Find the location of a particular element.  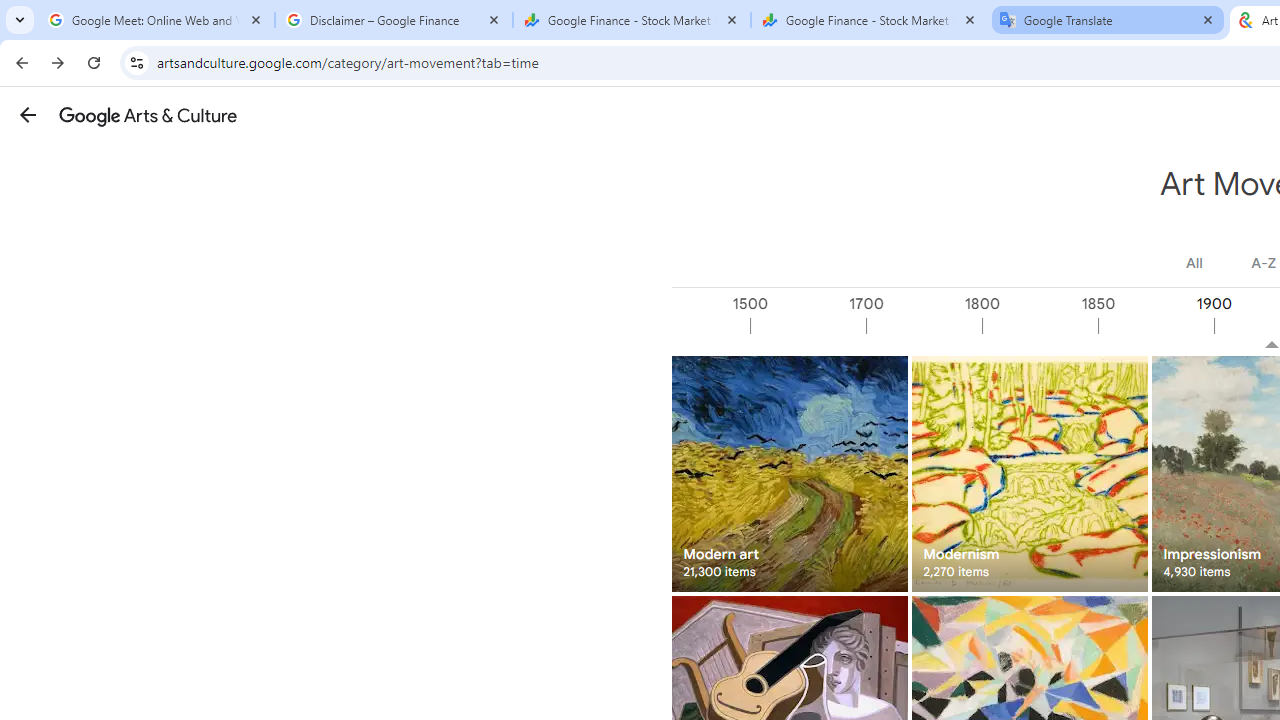

'Google Arts & Culture' is located at coordinates (147, 115).